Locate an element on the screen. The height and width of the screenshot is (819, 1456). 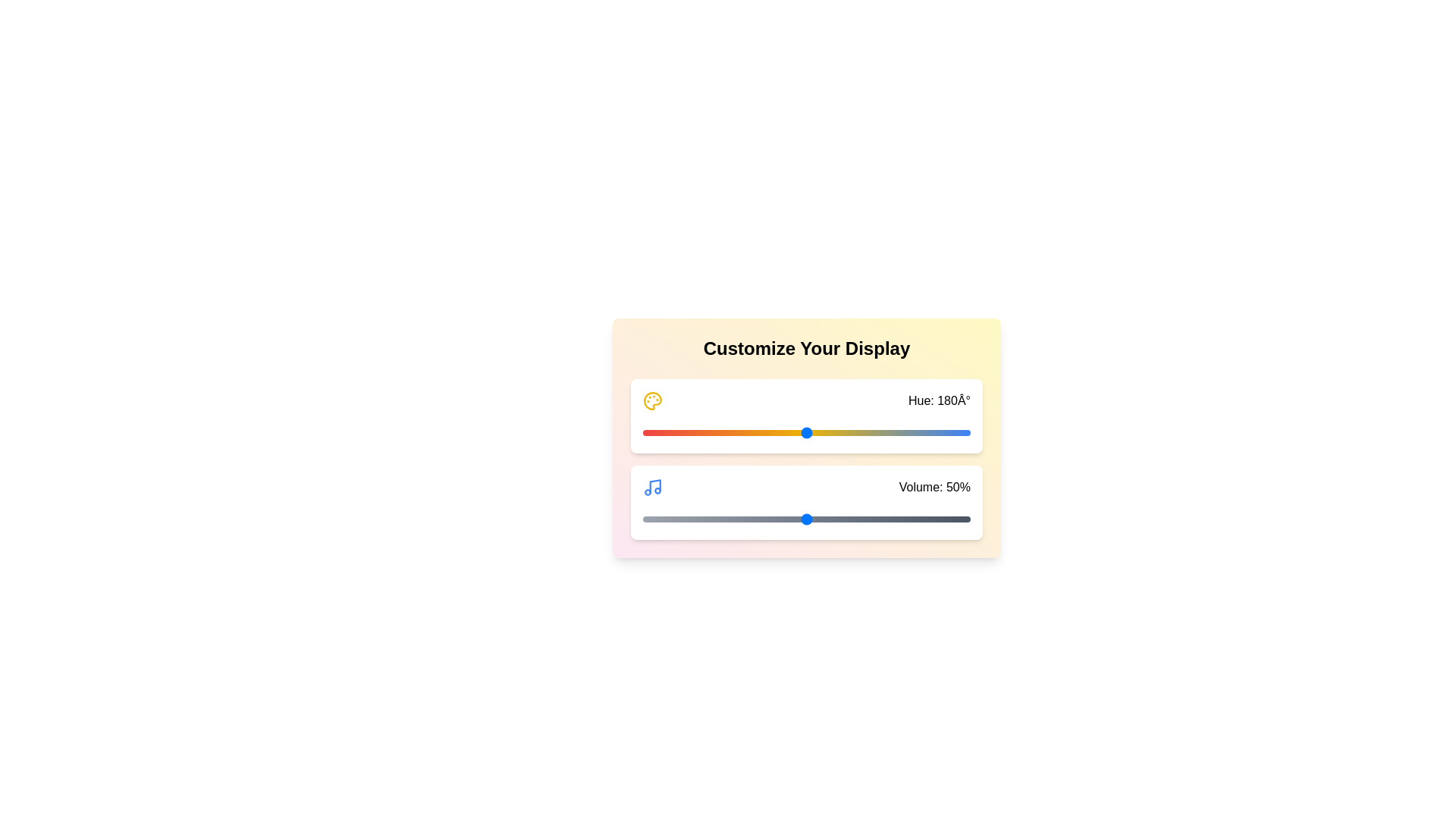
the volume slider to 74% is located at coordinates (885, 519).